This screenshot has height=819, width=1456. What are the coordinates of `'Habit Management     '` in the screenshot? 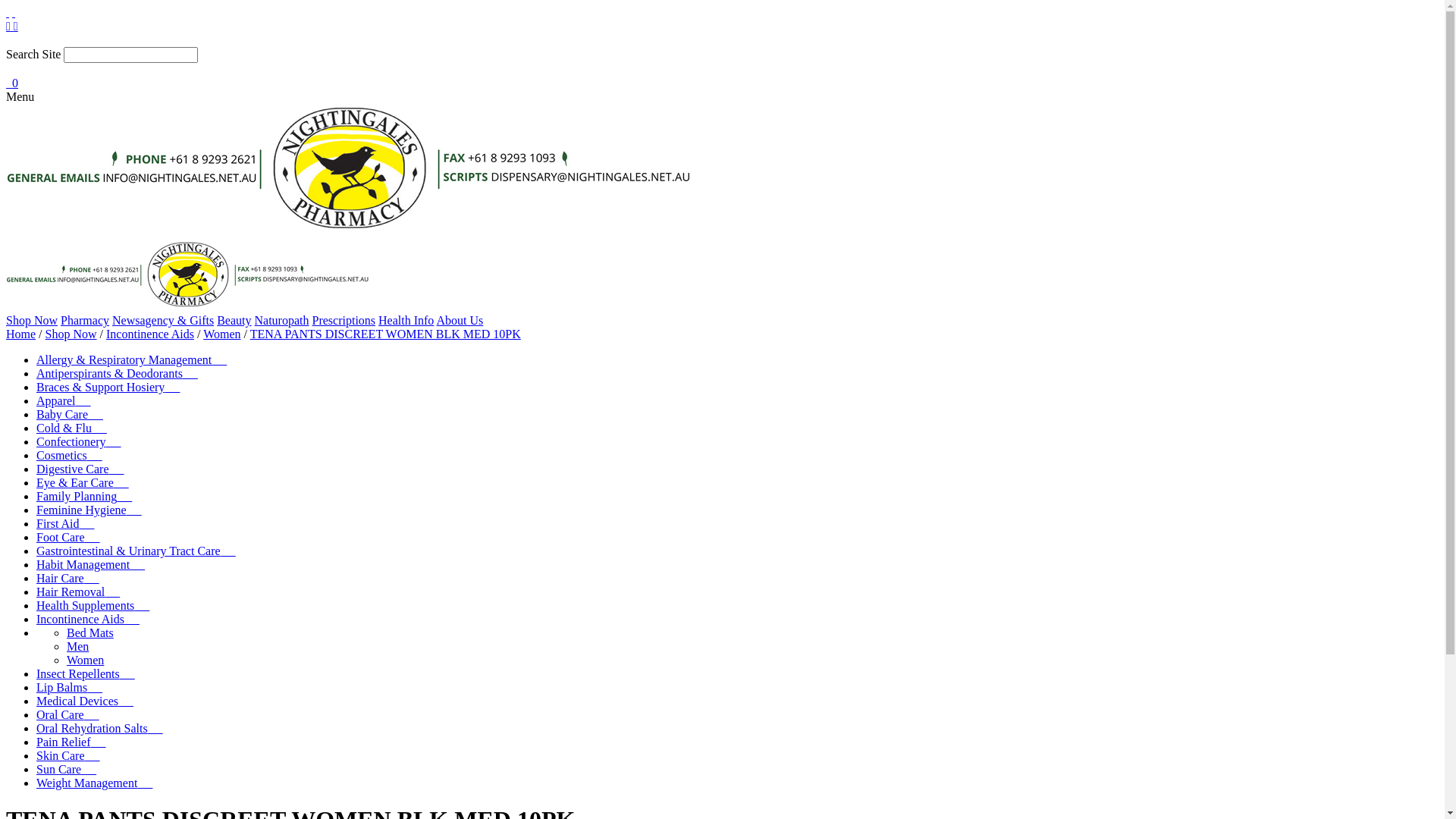 It's located at (89, 564).